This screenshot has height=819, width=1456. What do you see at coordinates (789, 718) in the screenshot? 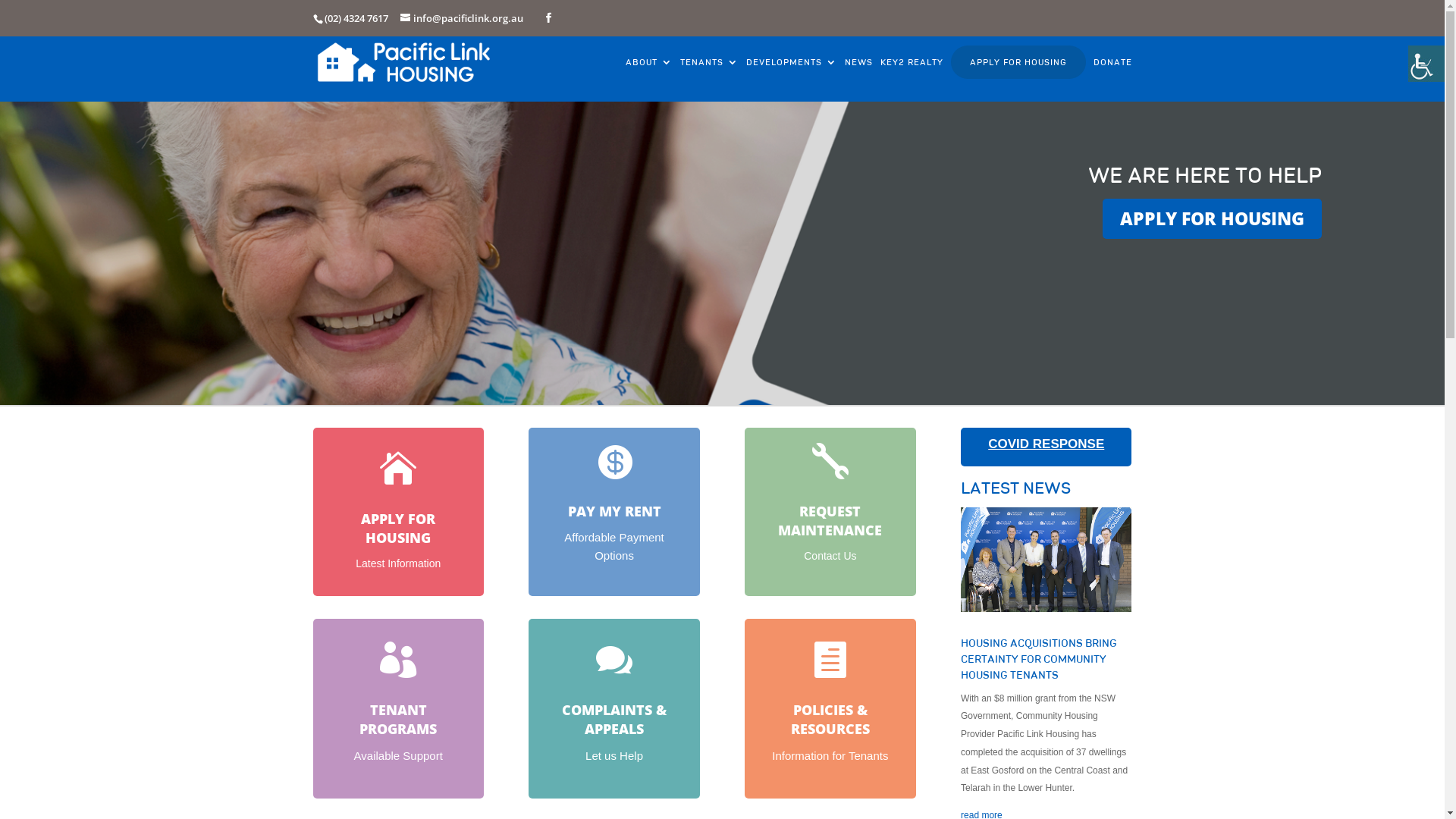
I see `'POLICIES & RESOURCES'` at bounding box center [789, 718].